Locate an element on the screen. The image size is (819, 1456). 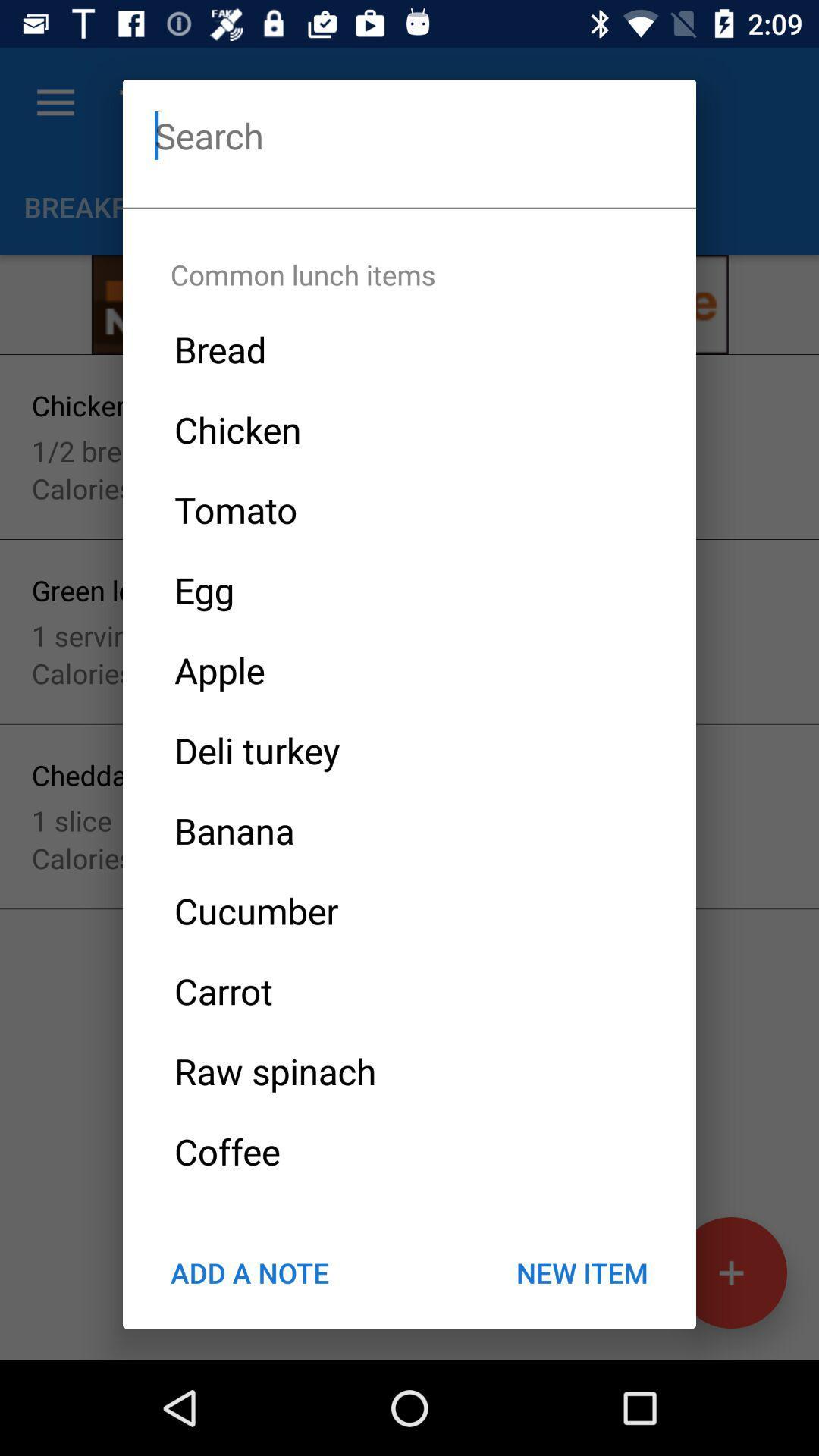
new item icon is located at coordinates (581, 1272).